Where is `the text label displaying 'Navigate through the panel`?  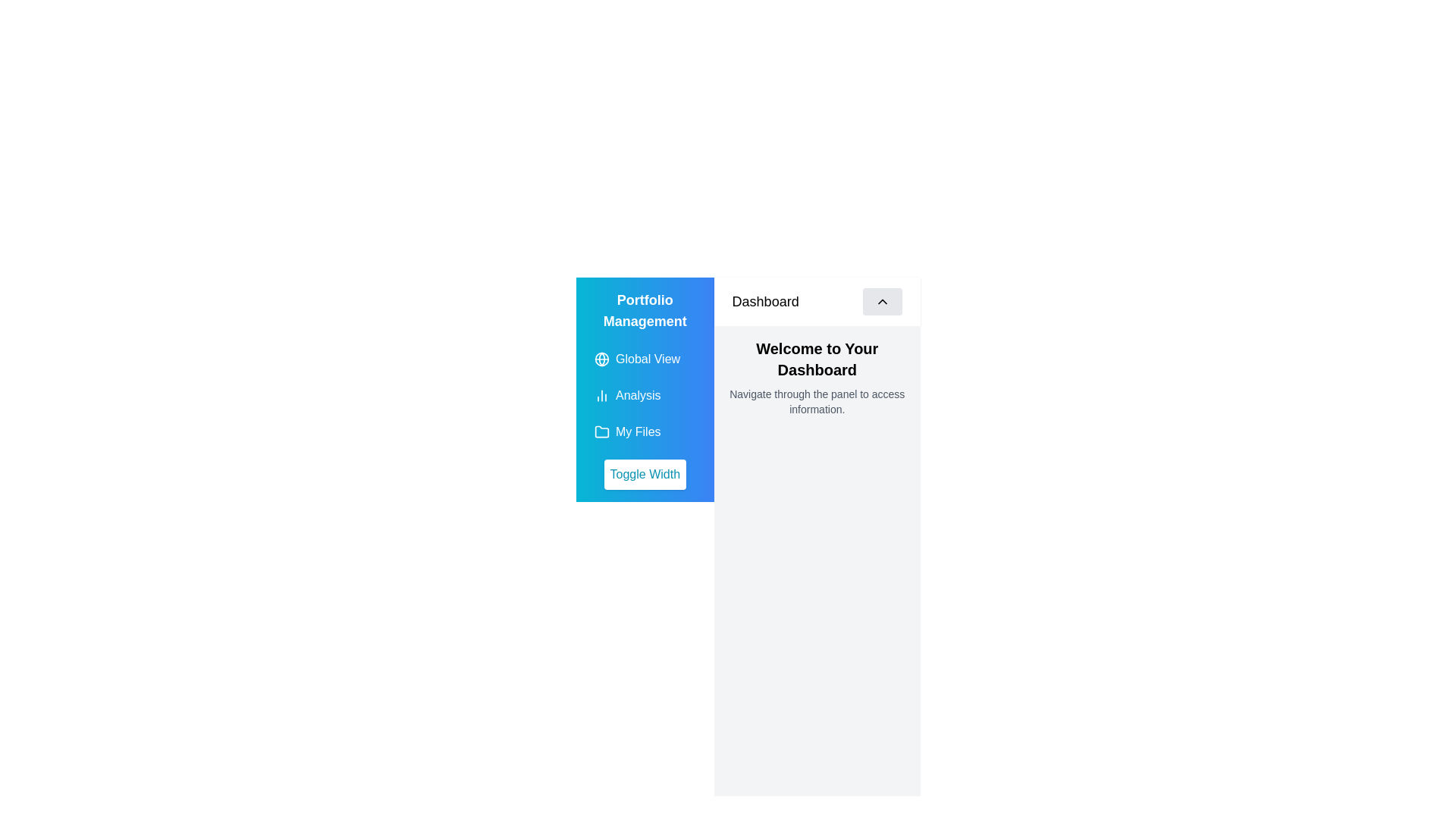
the text label displaying 'Navigate through the panel is located at coordinates (816, 400).